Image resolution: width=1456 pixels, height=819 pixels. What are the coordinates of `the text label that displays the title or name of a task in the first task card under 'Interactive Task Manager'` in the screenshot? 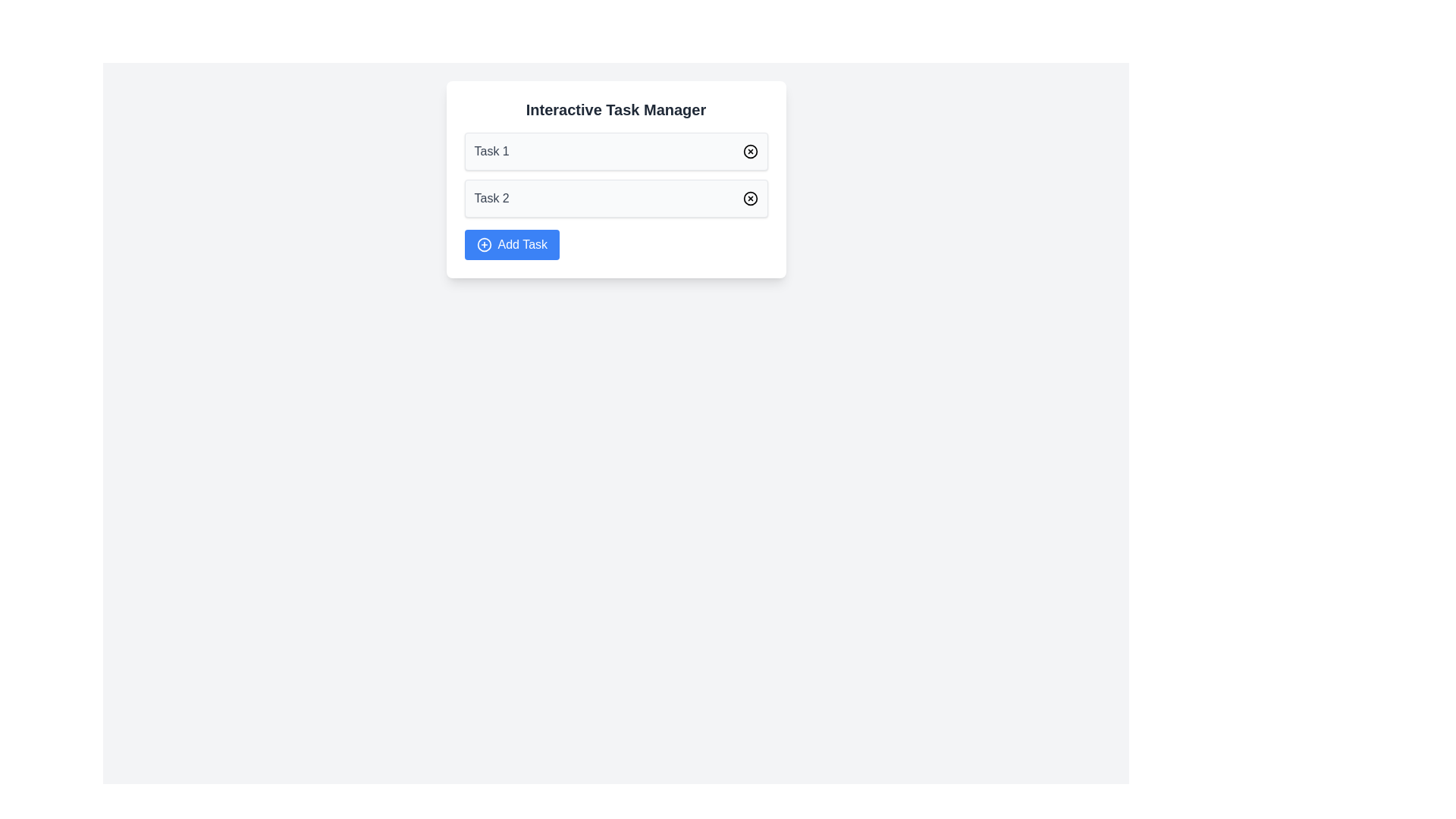 It's located at (491, 152).